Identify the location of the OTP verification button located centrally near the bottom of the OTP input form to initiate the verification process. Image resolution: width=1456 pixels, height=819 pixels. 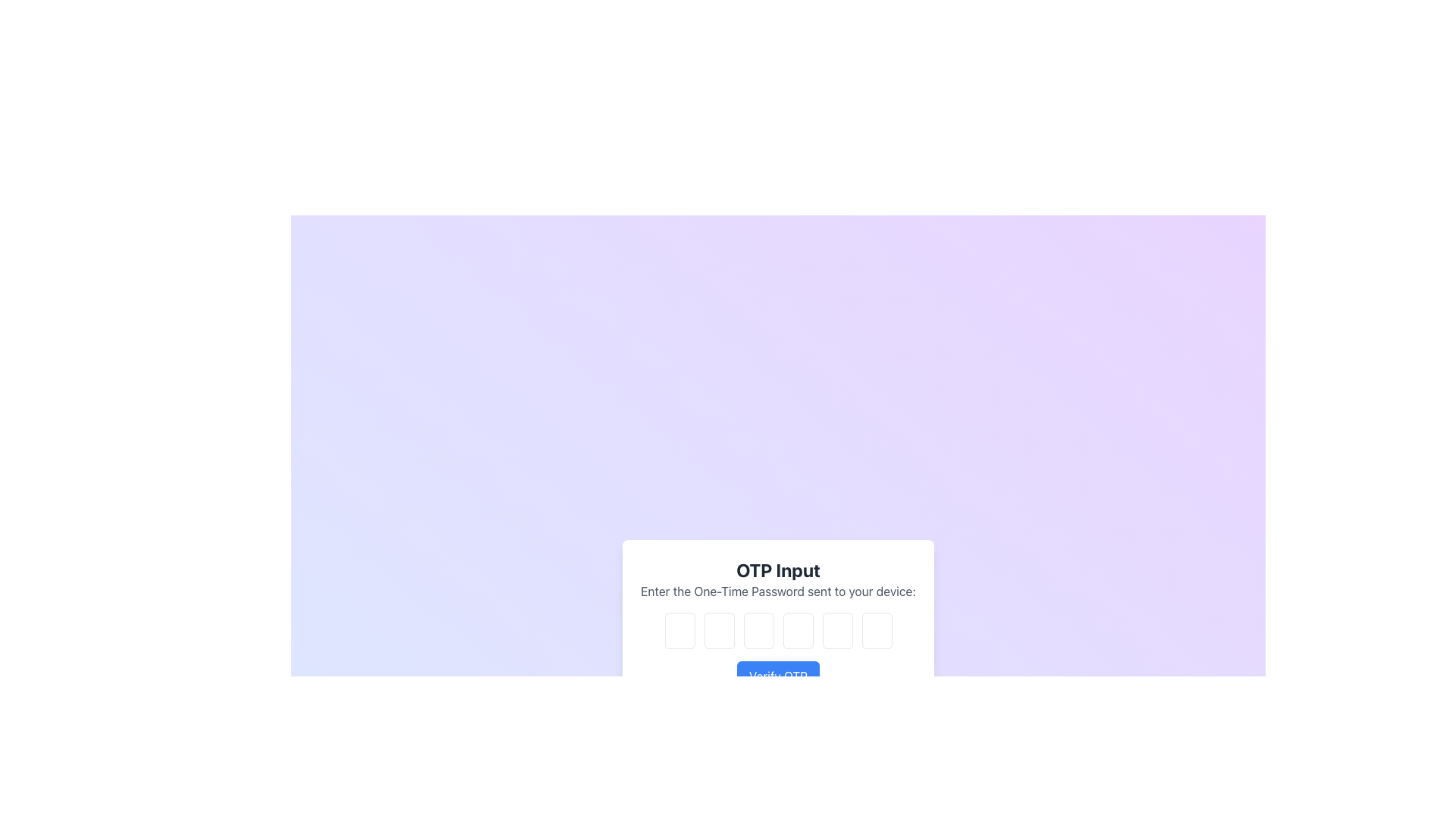
(778, 675).